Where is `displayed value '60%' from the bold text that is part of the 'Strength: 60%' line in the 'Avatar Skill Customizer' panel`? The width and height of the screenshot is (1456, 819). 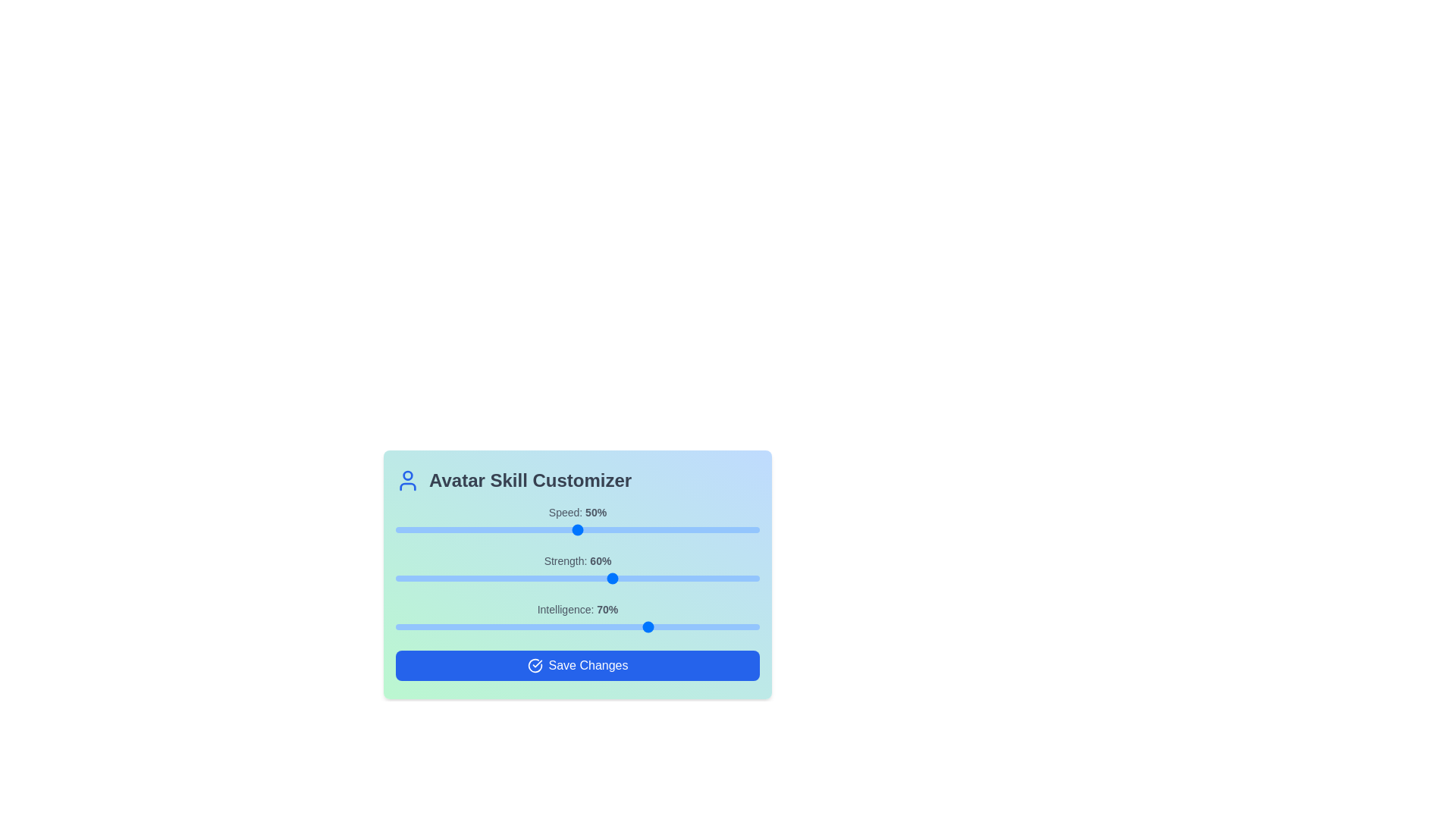
displayed value '60%' from the bold text that is part of the 'Strength: 60%' line in the 'Avatar Skill Customizer' panel is located at coordinates (600, 561).